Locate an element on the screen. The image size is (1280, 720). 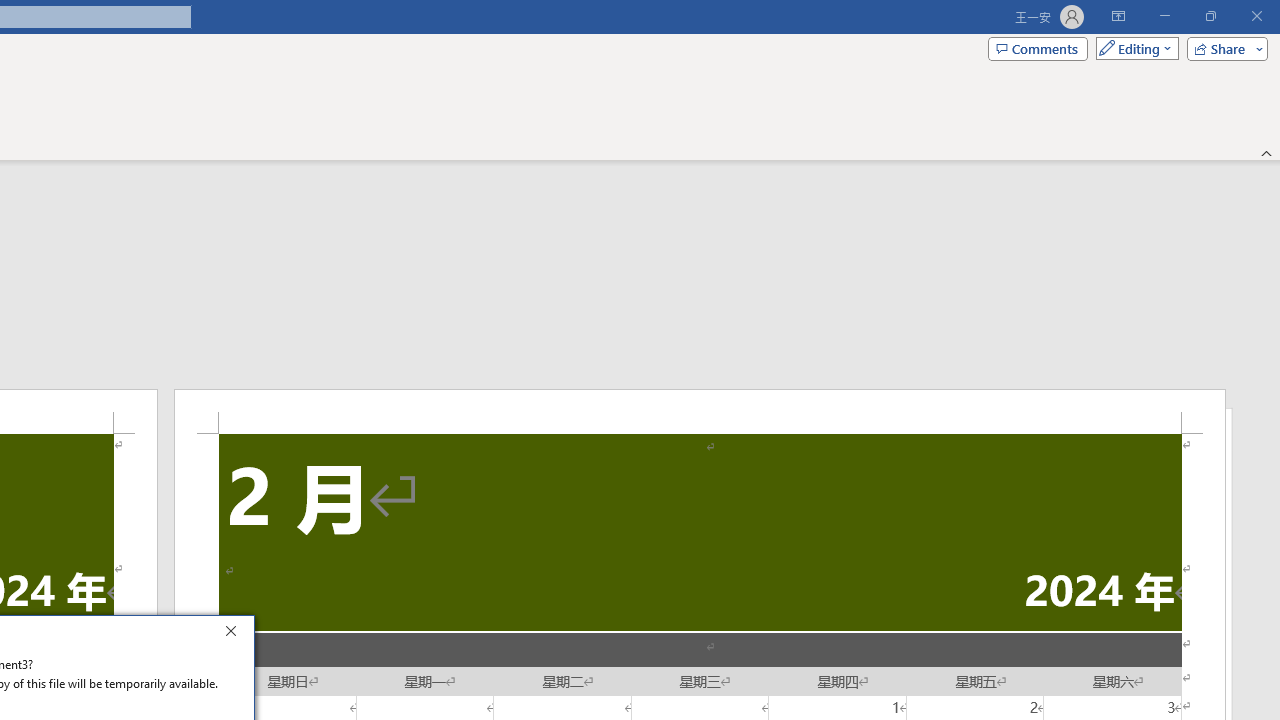
'Header -Section 2-' is located at coordinates (700, 410).